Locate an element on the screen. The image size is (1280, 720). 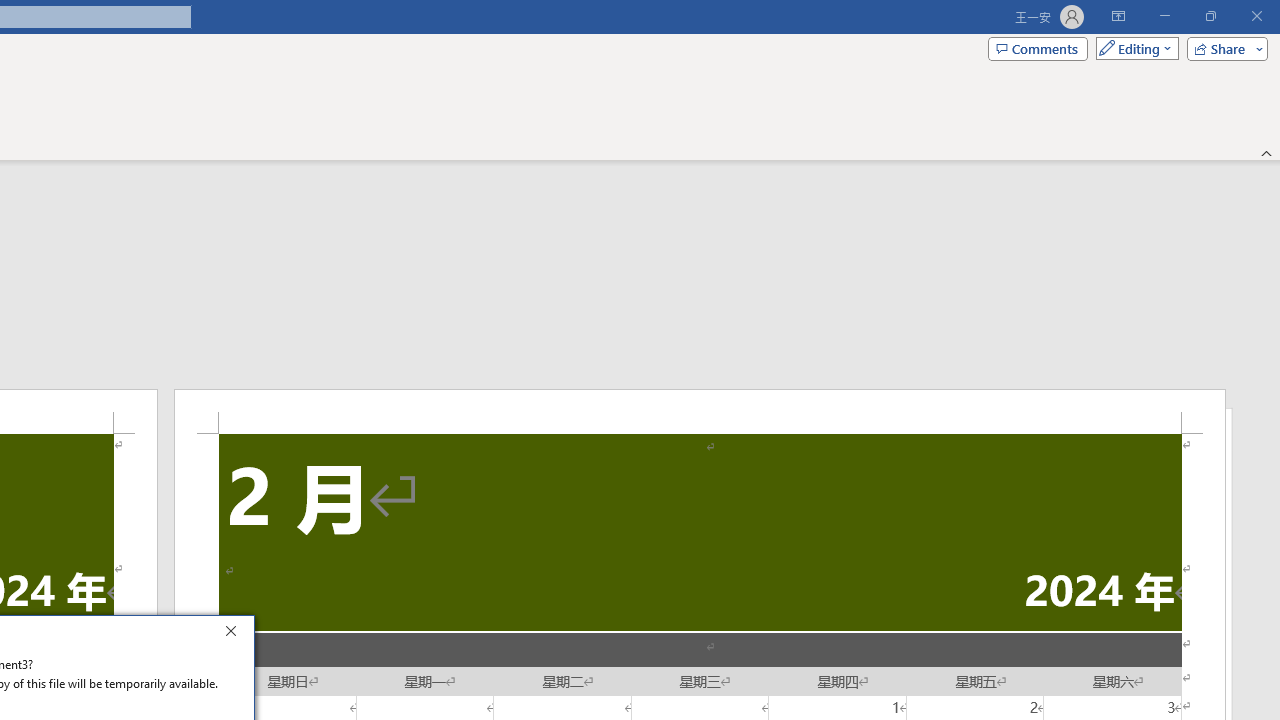
'Header -Section 2-' is located at coordinates (700, 410).